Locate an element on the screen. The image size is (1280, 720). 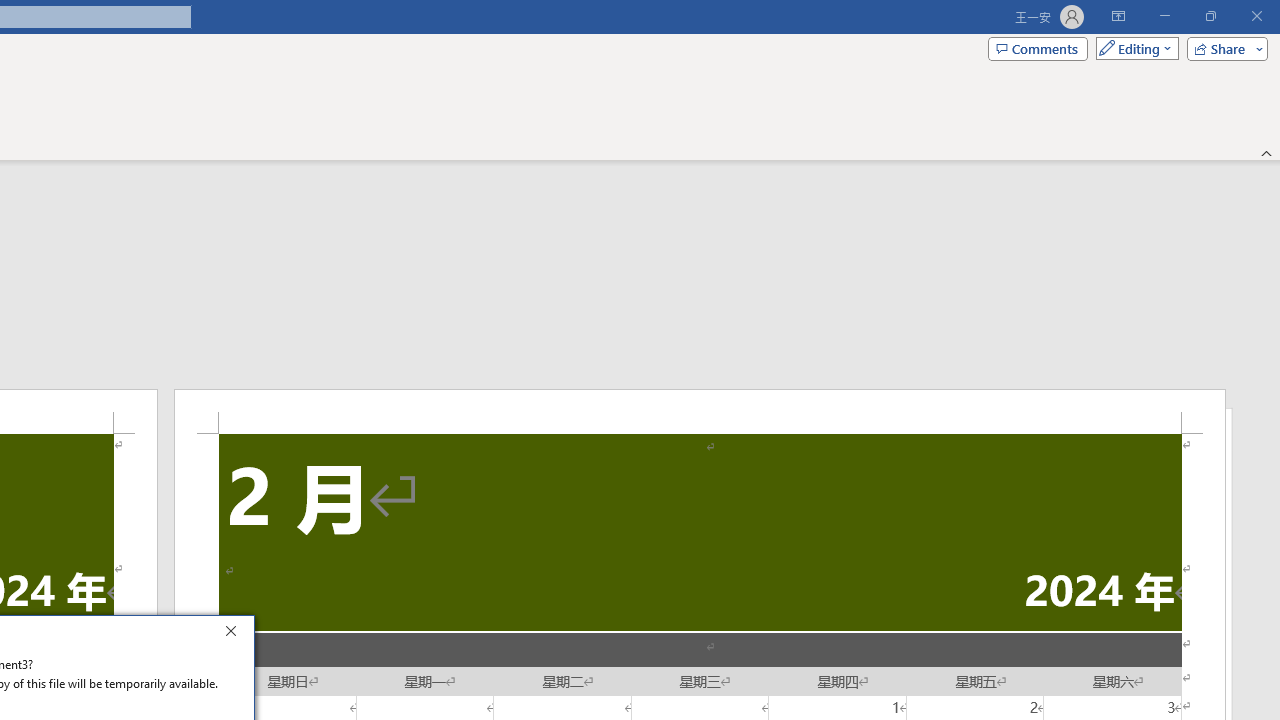
'Header -Section 2-' is located at coordinates (700, 410).